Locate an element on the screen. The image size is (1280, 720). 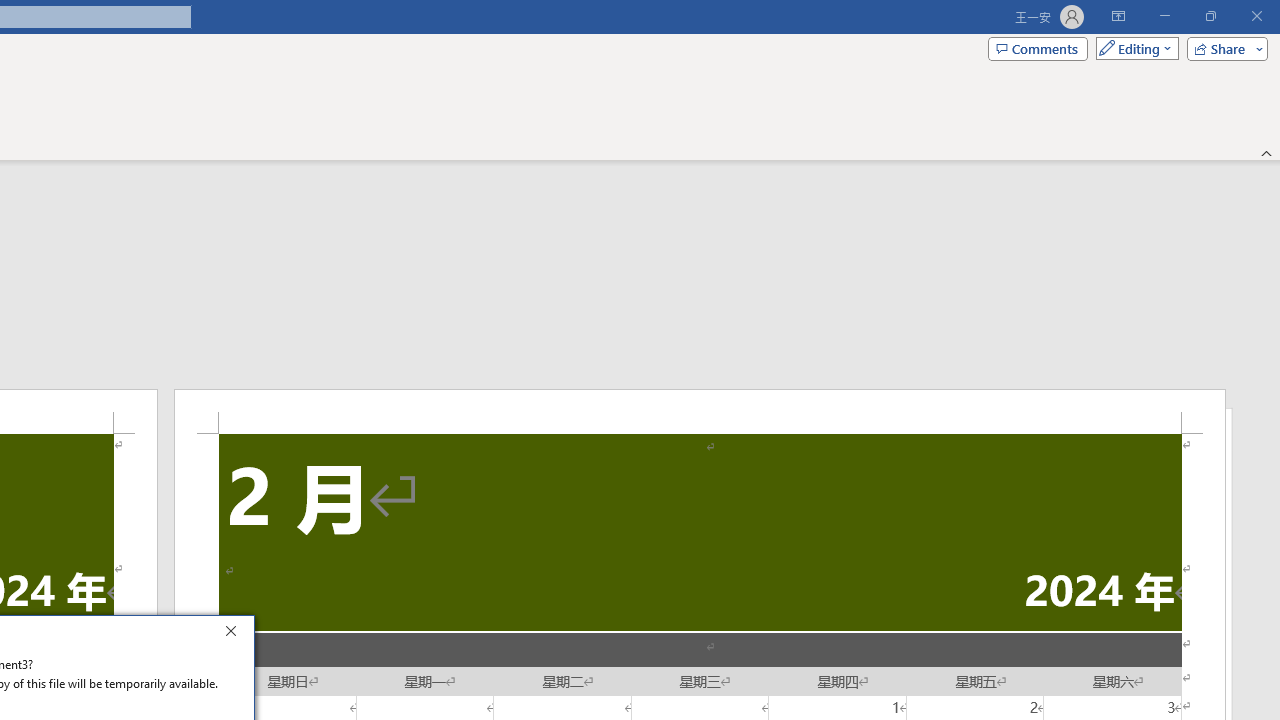
'Header -Section 2-' is located at coordinates (700, 410).